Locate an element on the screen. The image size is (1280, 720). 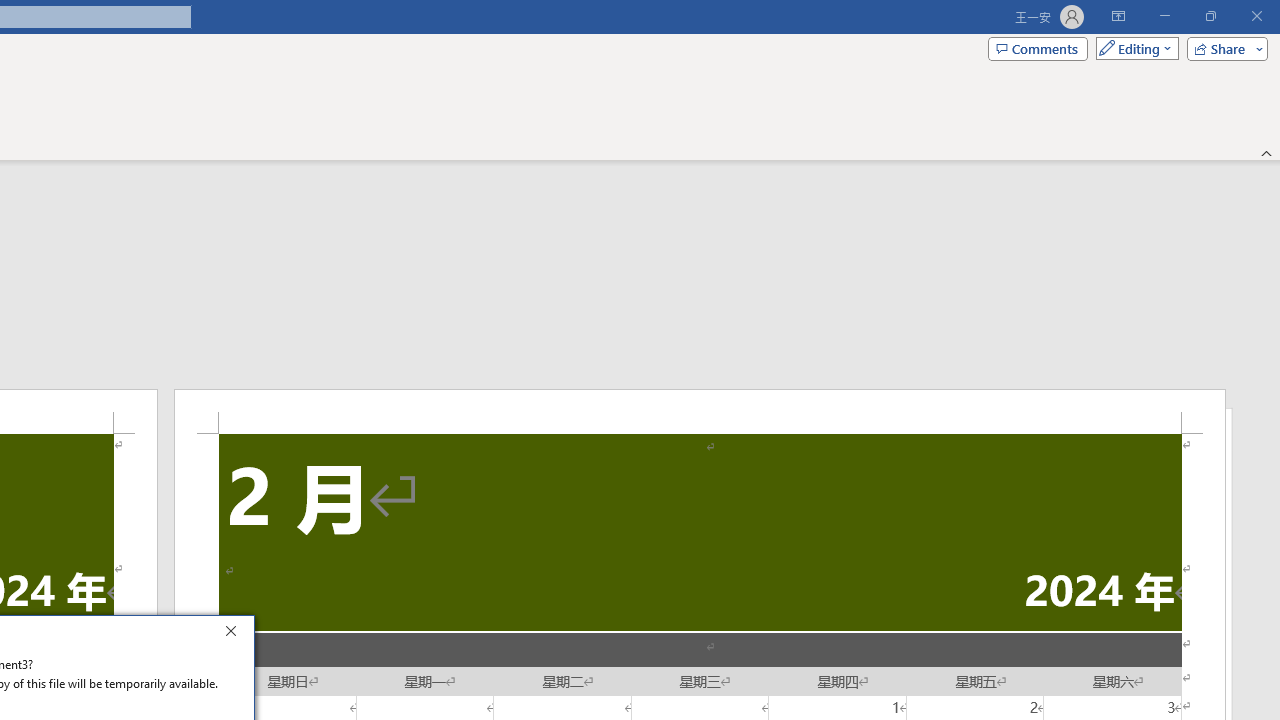
'Header -Section 2-' is located at coordinates (700, 410).